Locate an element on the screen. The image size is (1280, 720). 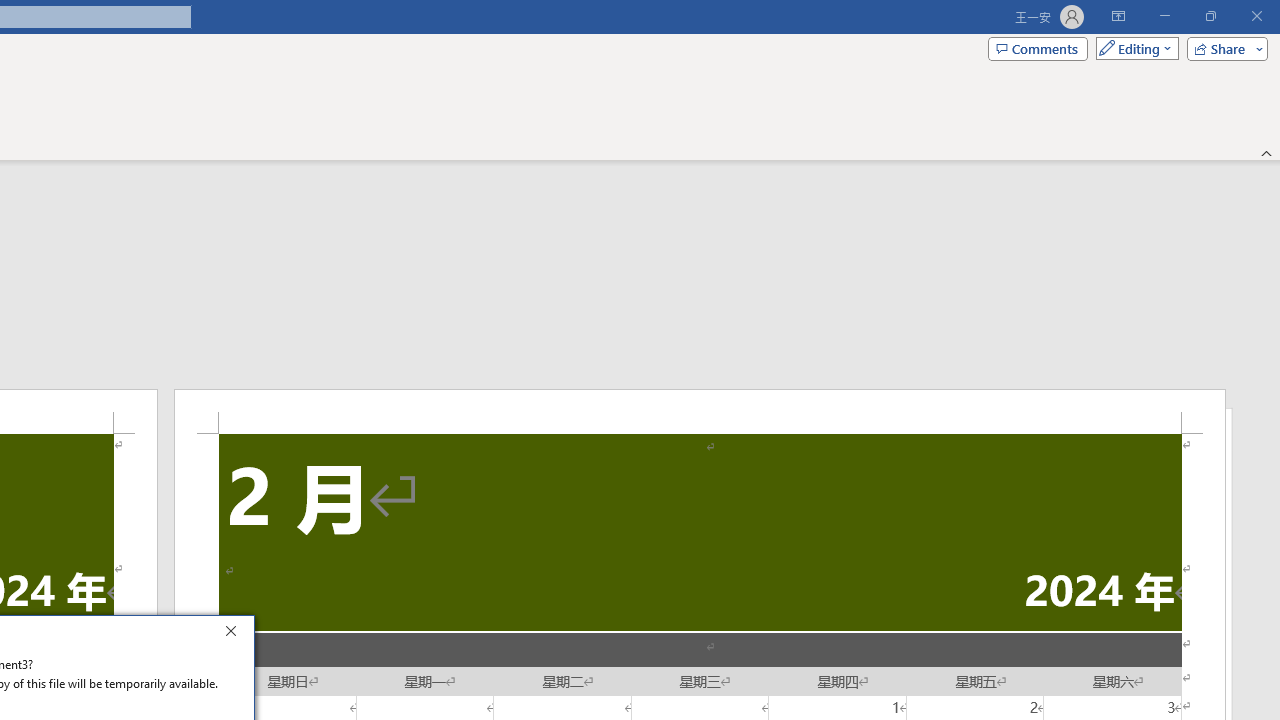
'Header -Section 2-' is located at coordinates (700, 410).